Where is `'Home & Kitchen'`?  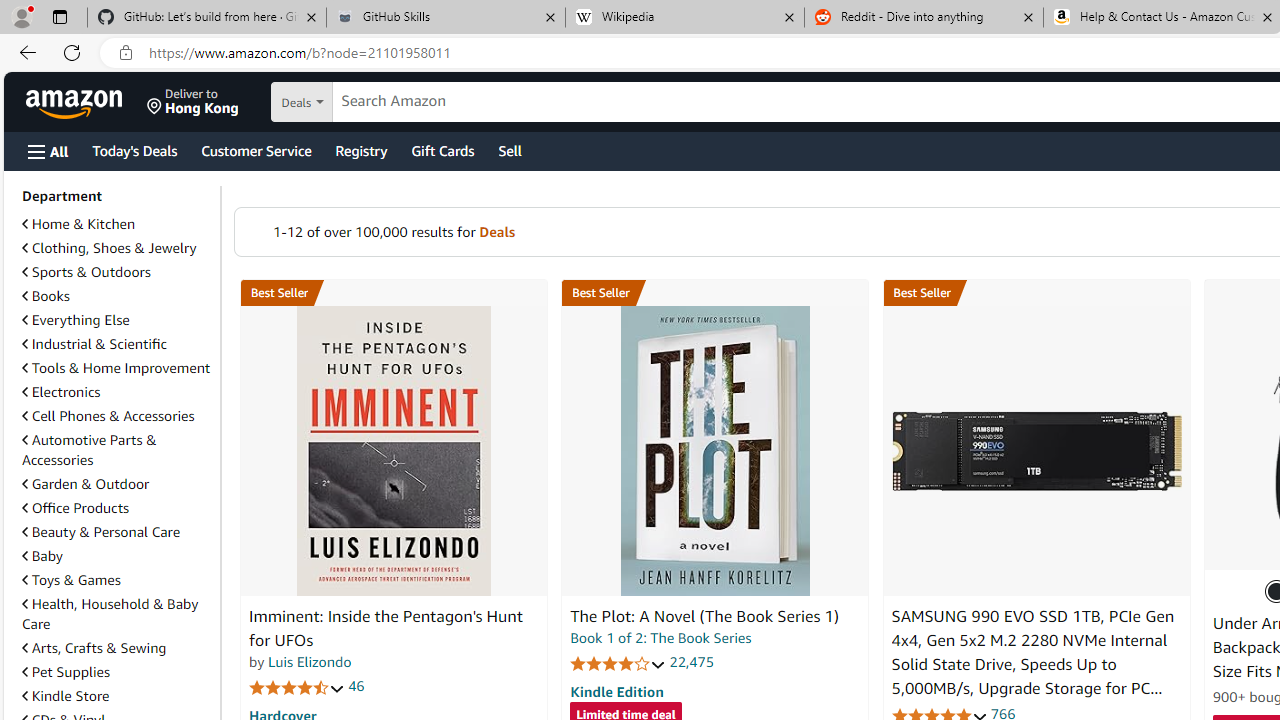 'Home & Kitchen' is located at coordinates (116, 223).